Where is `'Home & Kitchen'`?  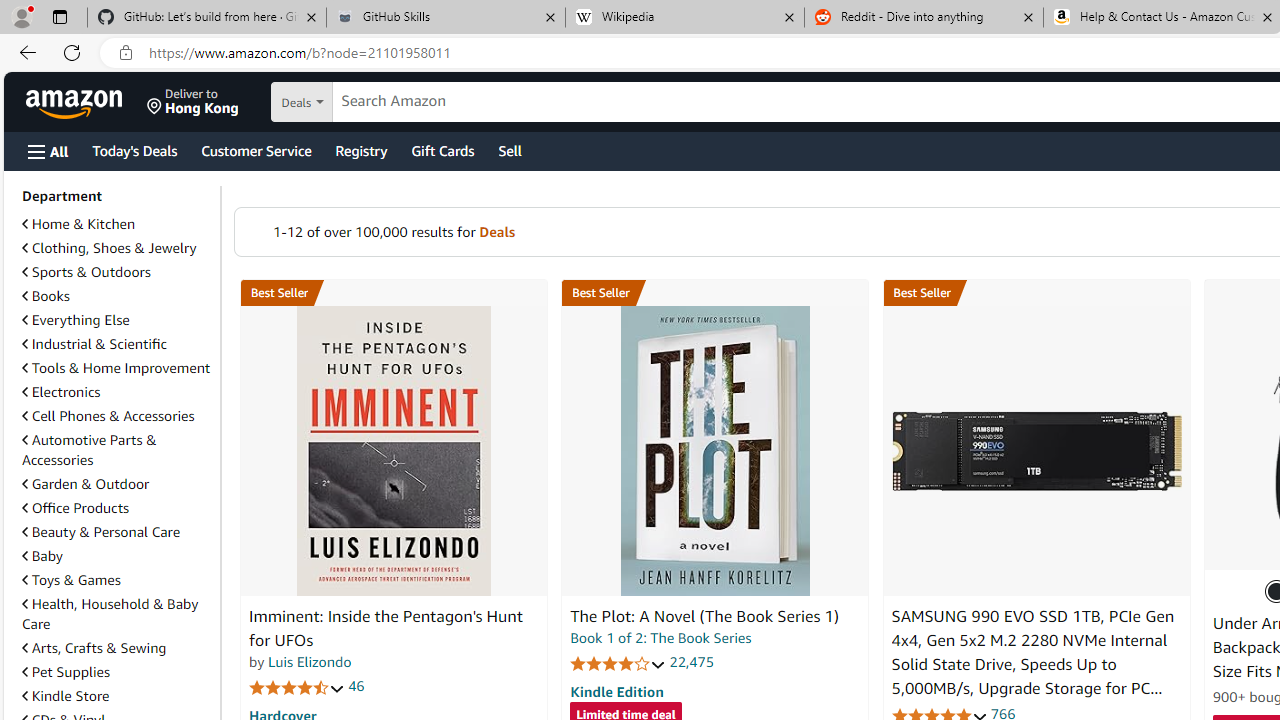 'Home & Kitchen' is located at coordinates (116, 223).